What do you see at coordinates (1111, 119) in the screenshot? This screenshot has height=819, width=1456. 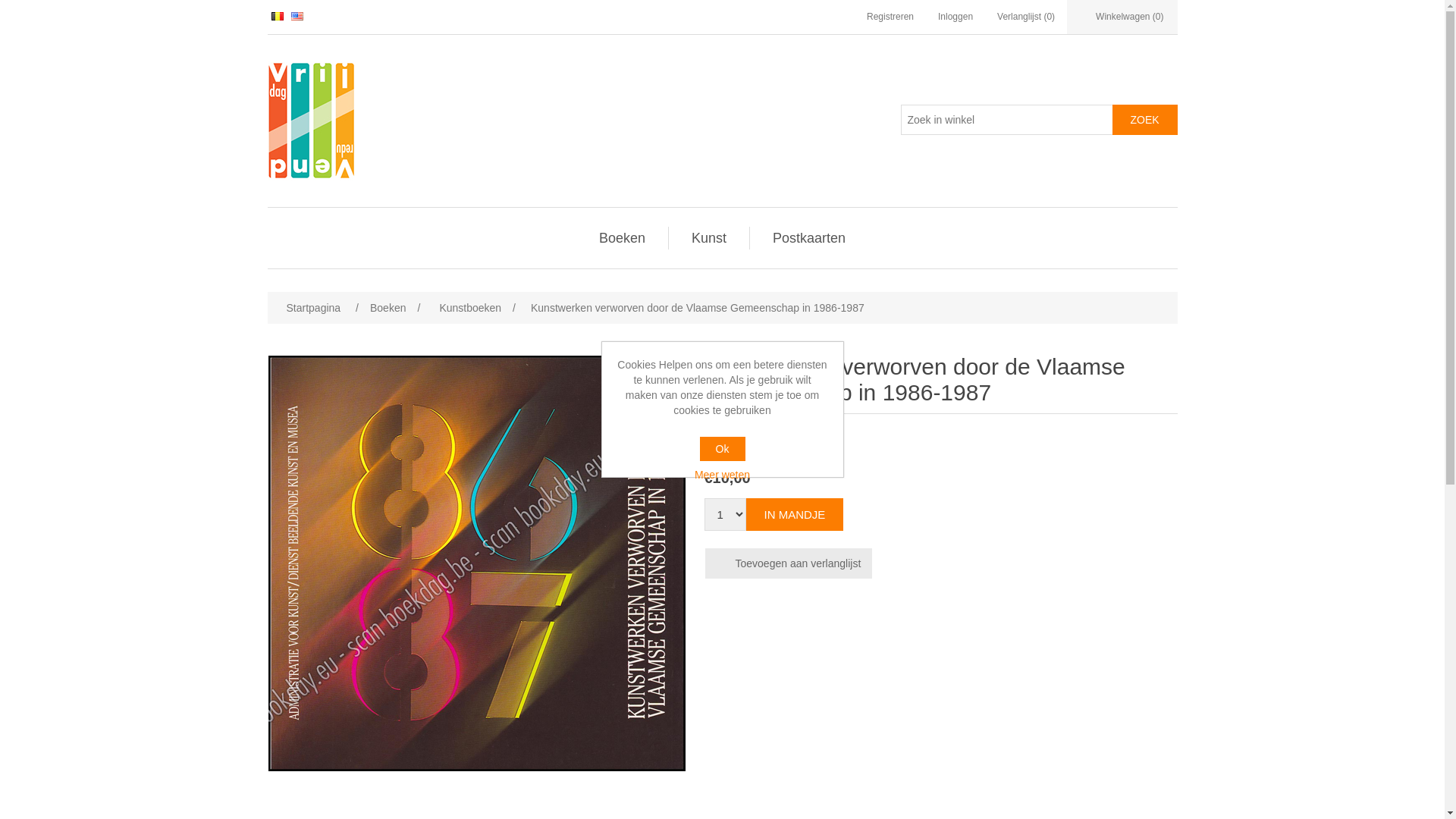 I see `'Zoek'` at bounding box center [1111, 119].